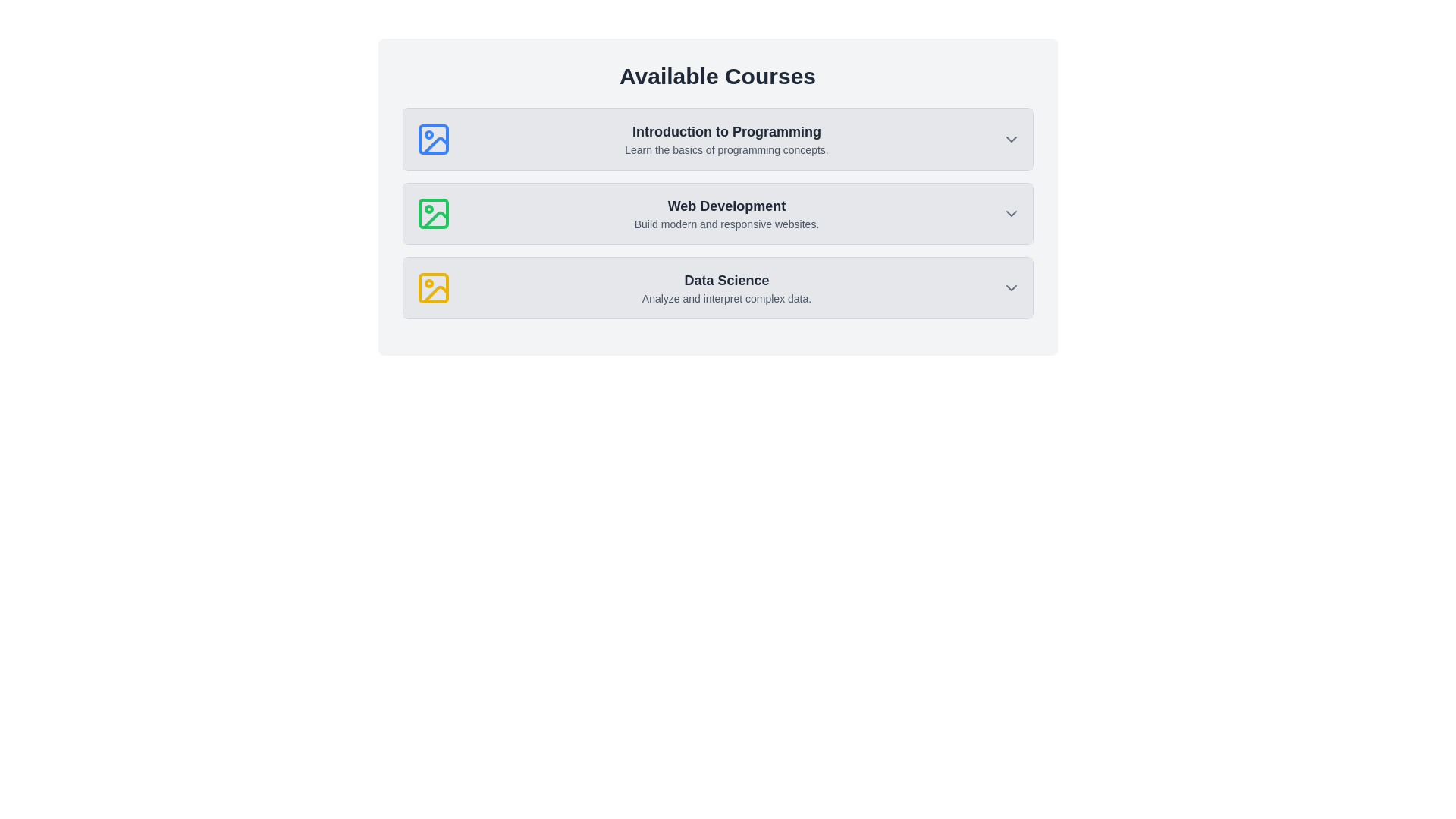 The image size is (1456, 819). What do you see at coordinates (726, 140) in the screenshot?
I see `informational text block titled 'Introduction to Programming', which contains a description and is located above the 'Web Development' course` at bounding box center [726, 140].